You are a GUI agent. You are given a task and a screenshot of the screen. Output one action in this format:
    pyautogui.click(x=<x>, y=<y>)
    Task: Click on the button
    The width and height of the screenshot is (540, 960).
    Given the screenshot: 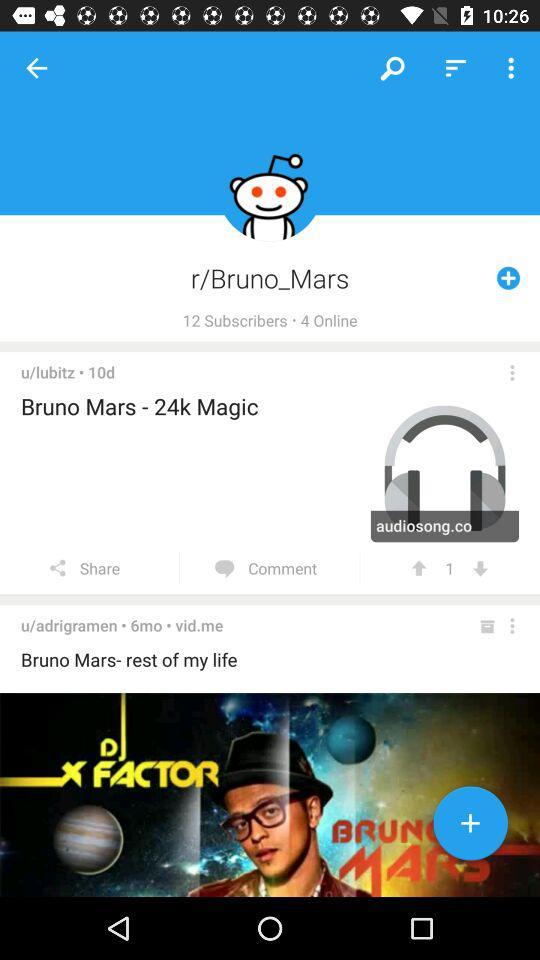 What is the action you would take?
    pyautogui.click(x=470, y=827)
    